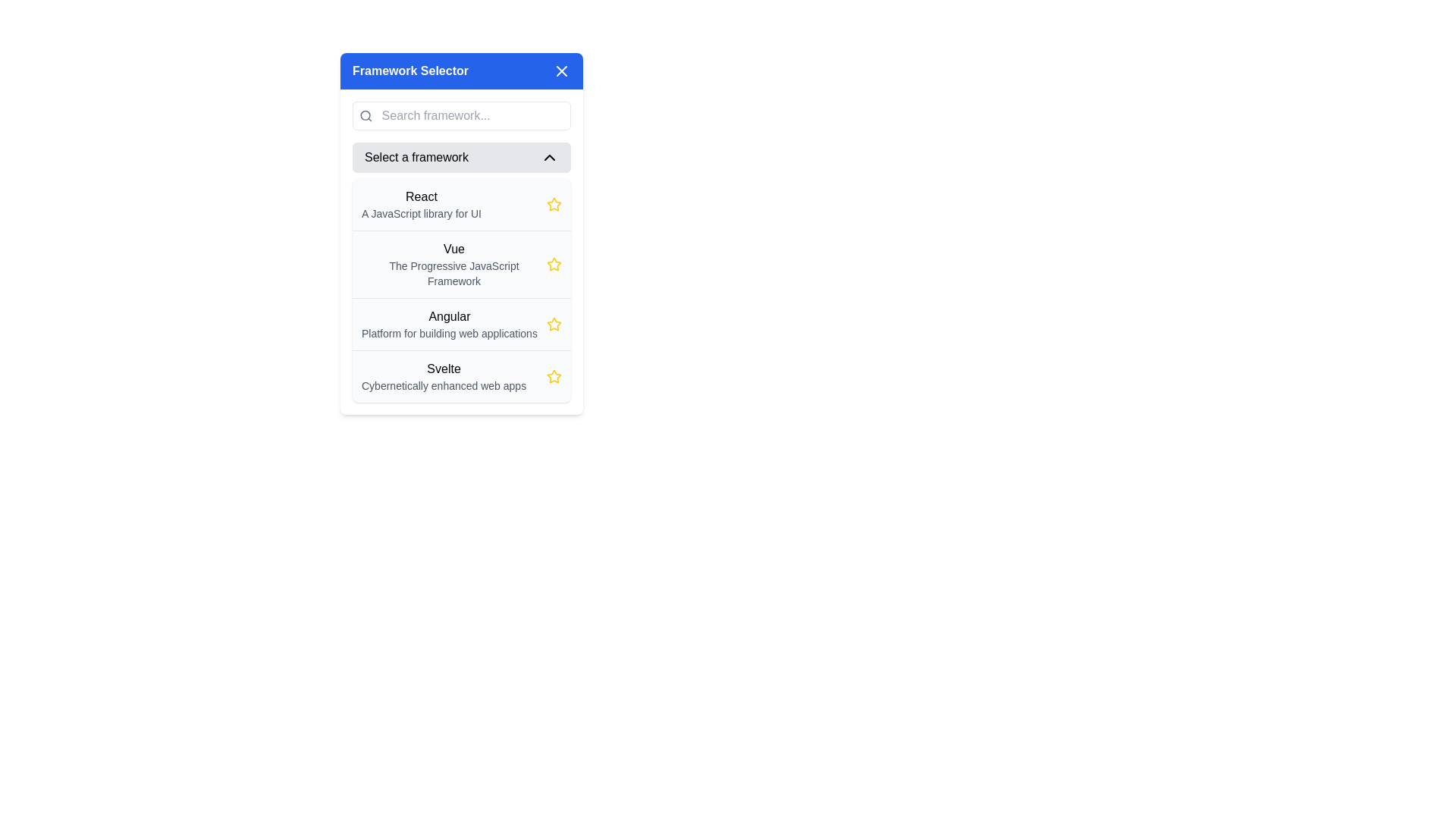 This screenshot has height=819, width=1456. Describe the element at coordinates (410, 71) in the screenshot. I see `the text label that serves as the title for the modal window, which is horizontally centered within the blue background of the top bar` at that location.